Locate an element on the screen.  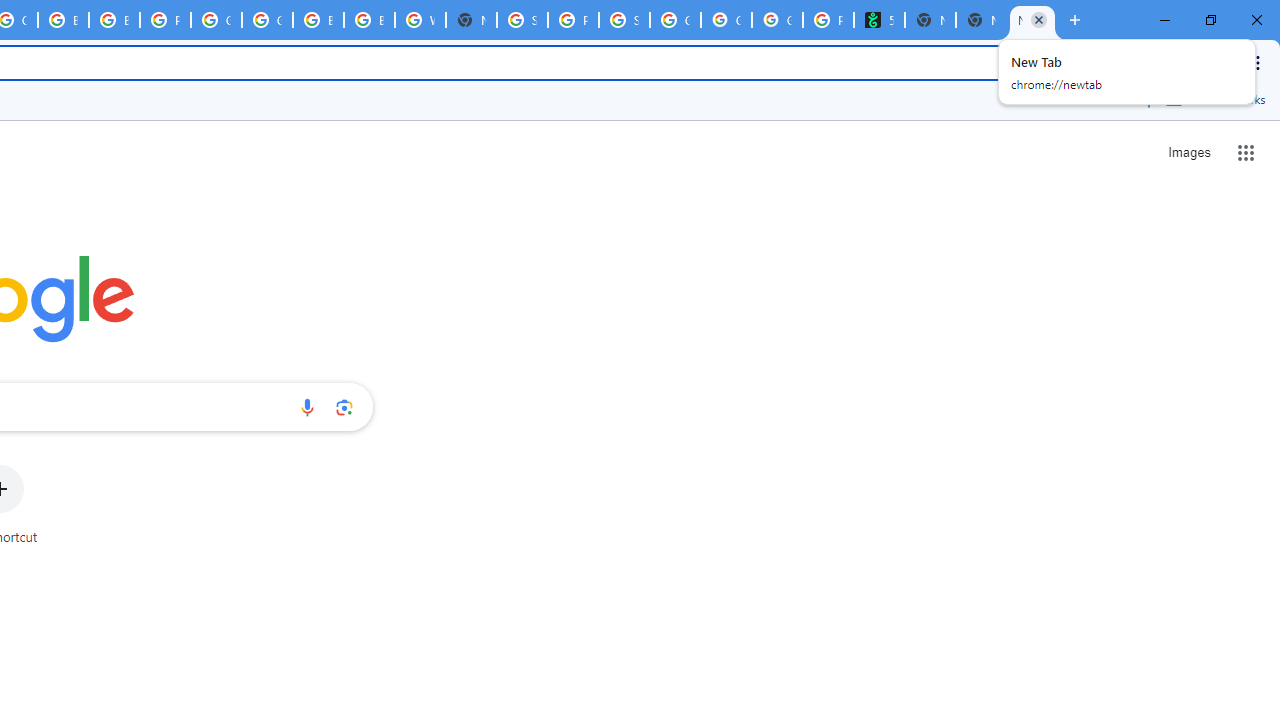
'Search by voice' is located at coordinates (306, 406).